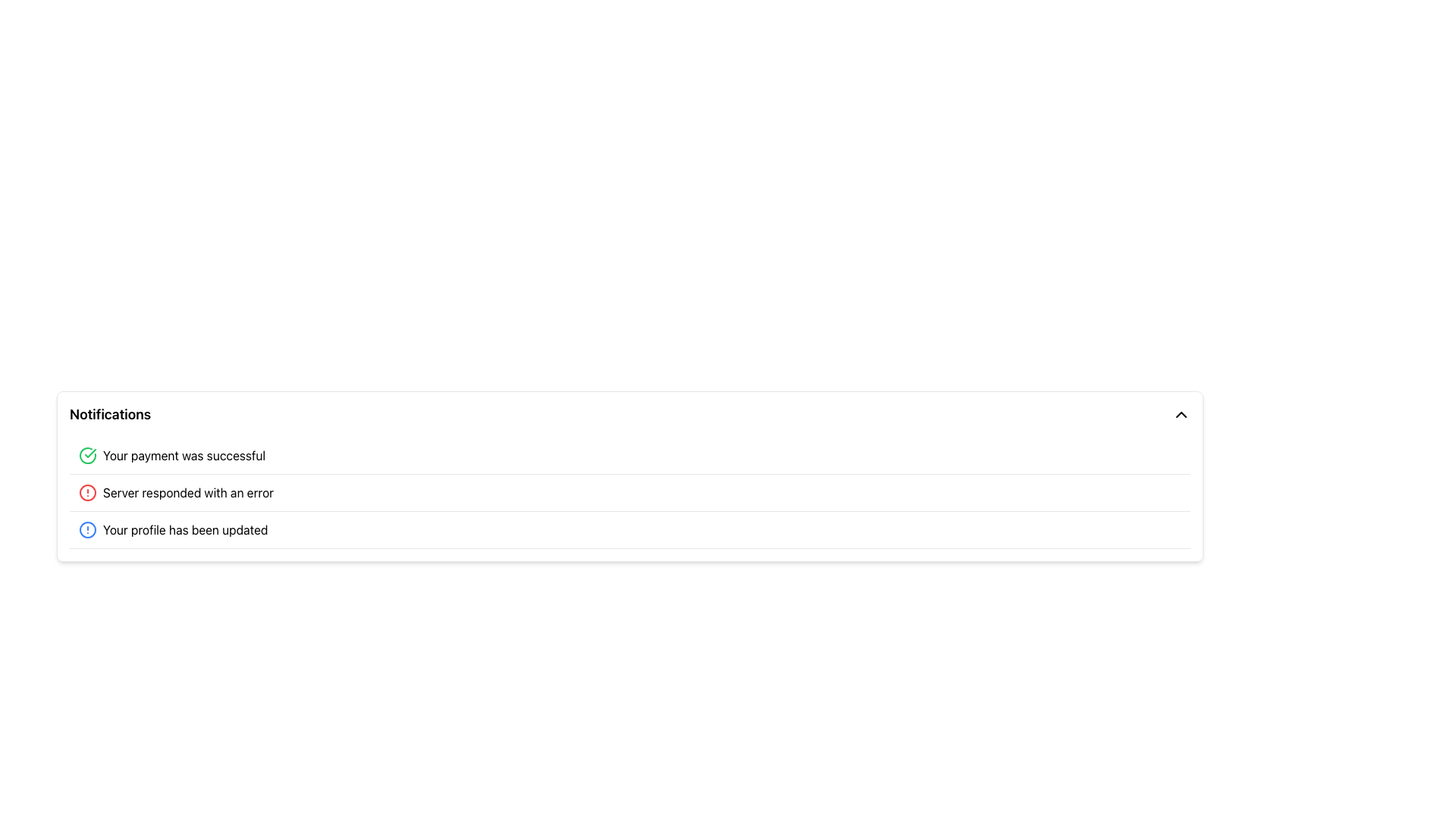 The image size is (1456, 819). I want to click on circular SVG element that serves as a background for the notification indicating 'Your profile has been updated', so click(86, 529).